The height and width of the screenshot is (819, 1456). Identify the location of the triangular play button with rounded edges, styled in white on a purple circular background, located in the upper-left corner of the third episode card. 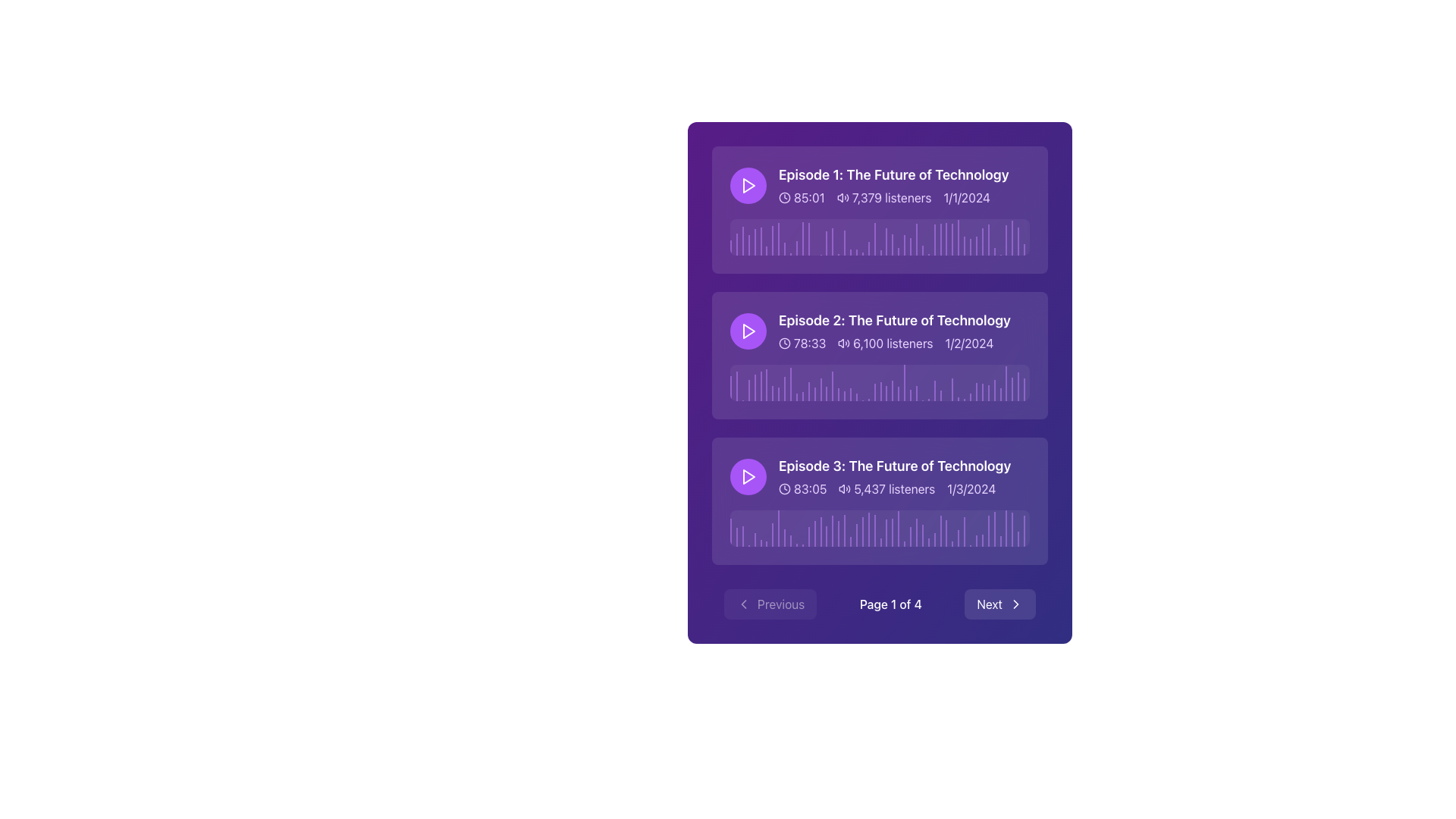
(748, 475).